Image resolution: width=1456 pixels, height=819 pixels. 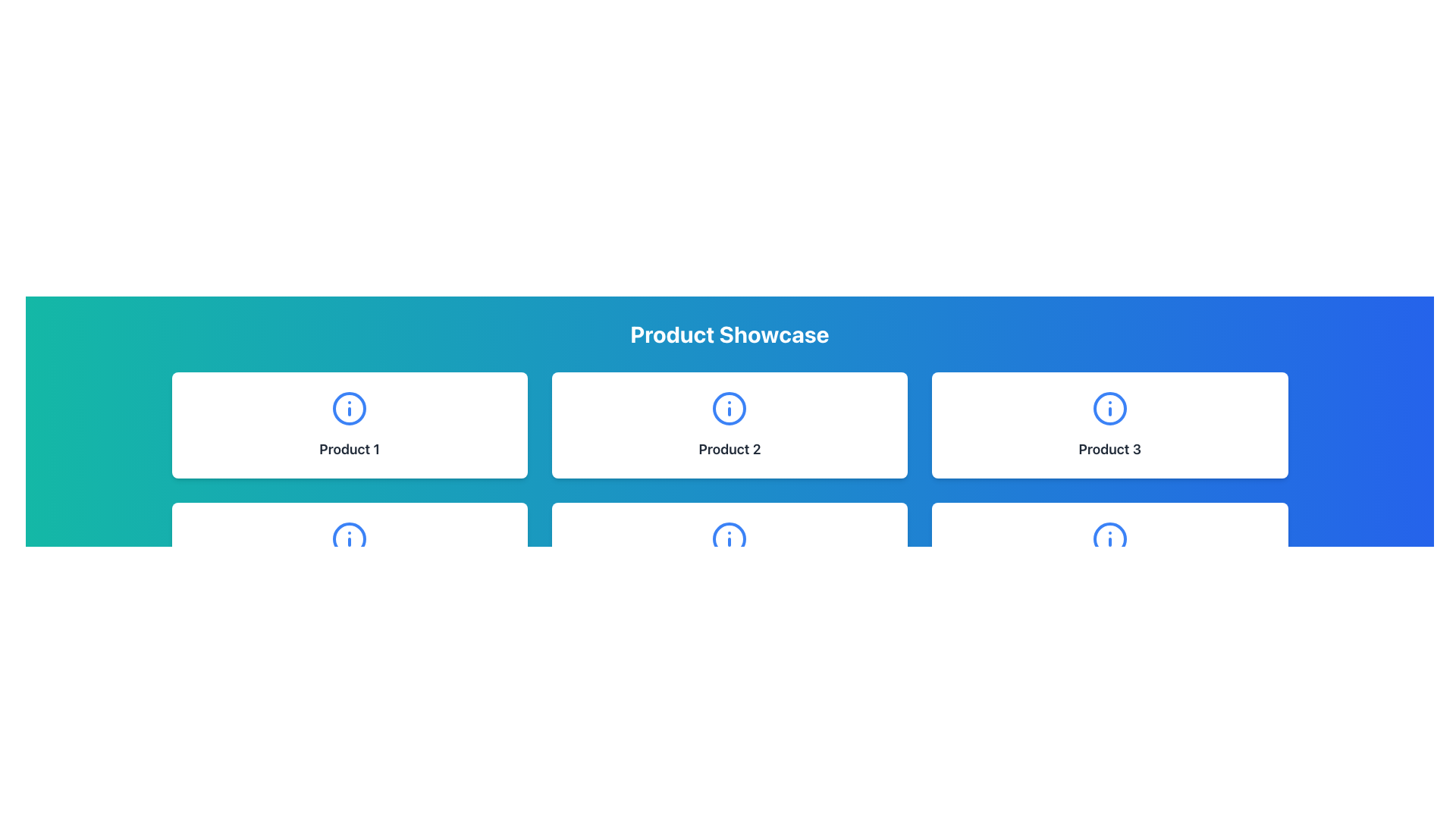 What do you see at coordinates (1109, 538) in the screenshot?
I see `the Information Icon located centrally near the top of the 'Product 6' card in the second row, third column` at bounding box center [1109, 538].